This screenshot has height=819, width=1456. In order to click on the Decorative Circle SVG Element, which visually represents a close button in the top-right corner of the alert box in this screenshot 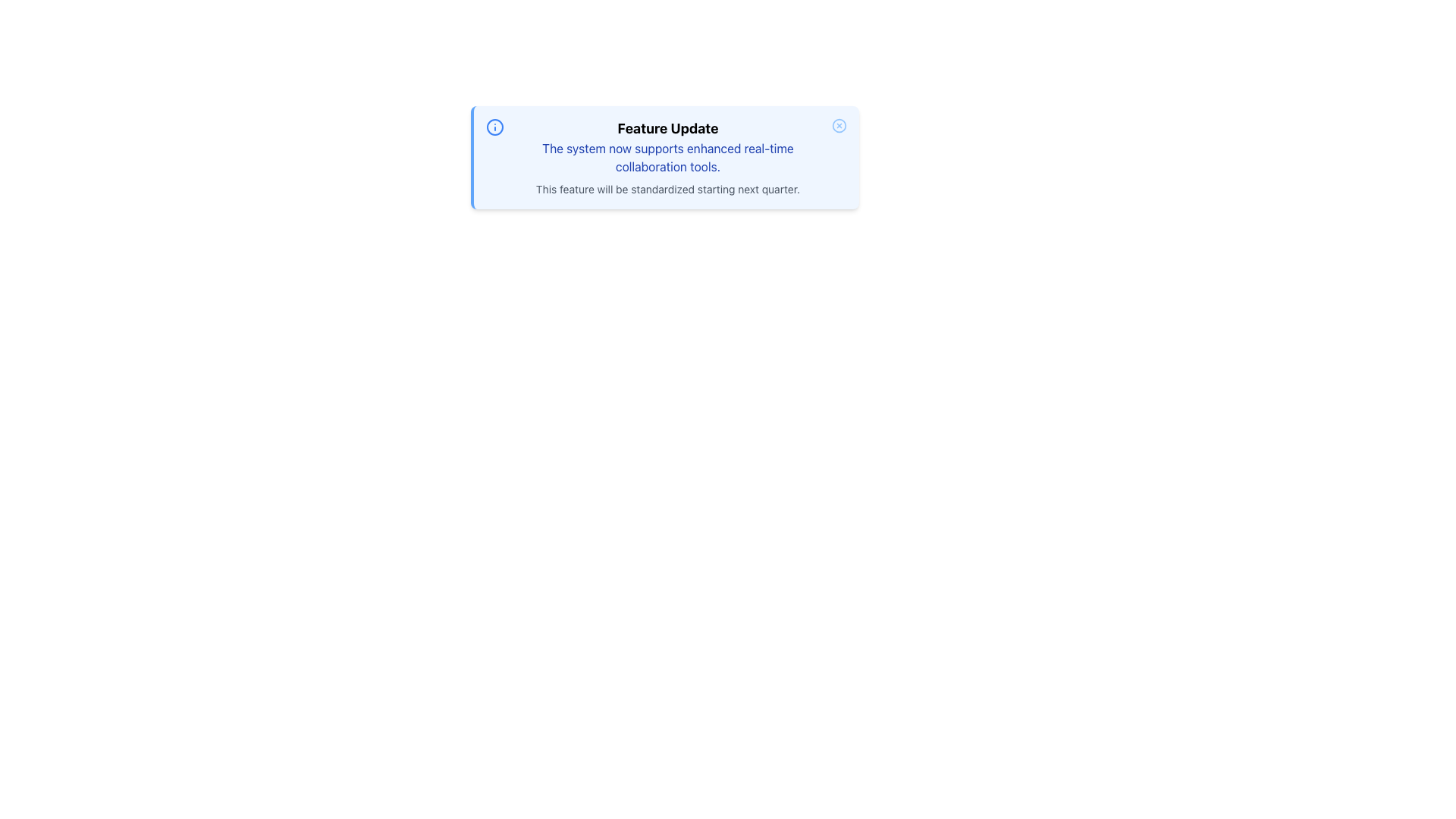, I will do `click(839, 124)`.